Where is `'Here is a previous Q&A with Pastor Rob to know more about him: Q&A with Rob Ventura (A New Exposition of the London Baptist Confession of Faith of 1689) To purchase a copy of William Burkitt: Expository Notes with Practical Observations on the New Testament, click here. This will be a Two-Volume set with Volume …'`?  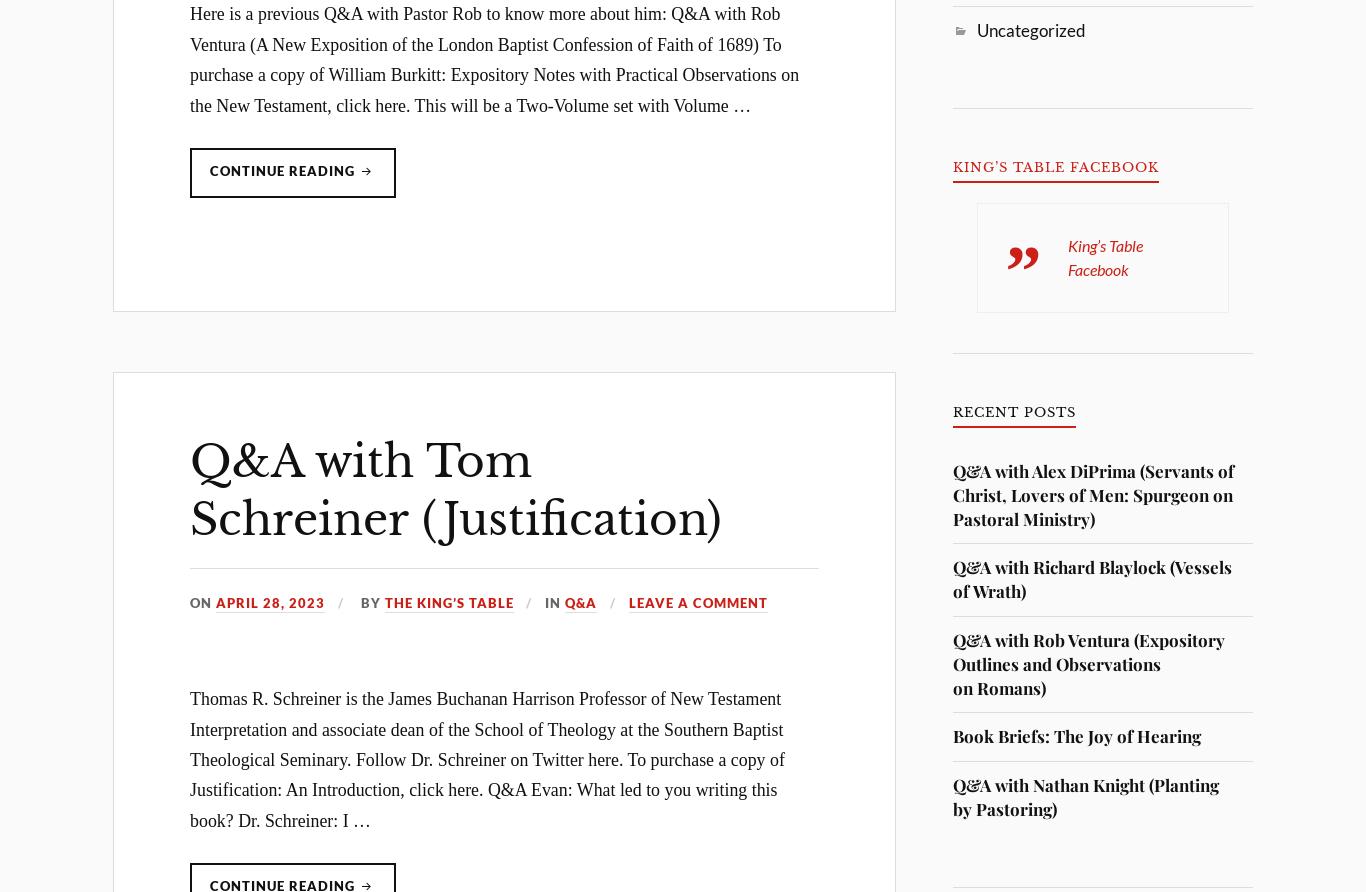
'Here is a previous Q&A with Pastor Rob to know more about him: Q&A with Rob Ventura (A New Exposition of the London Baptist Confession of Faith of 1689) To purchase a copy of William Burkitt: Expository Notes with Practical Observations on the New Testament, click here. This will be a Two-Volume set with Volume …' is located at coordinates (189, 59).